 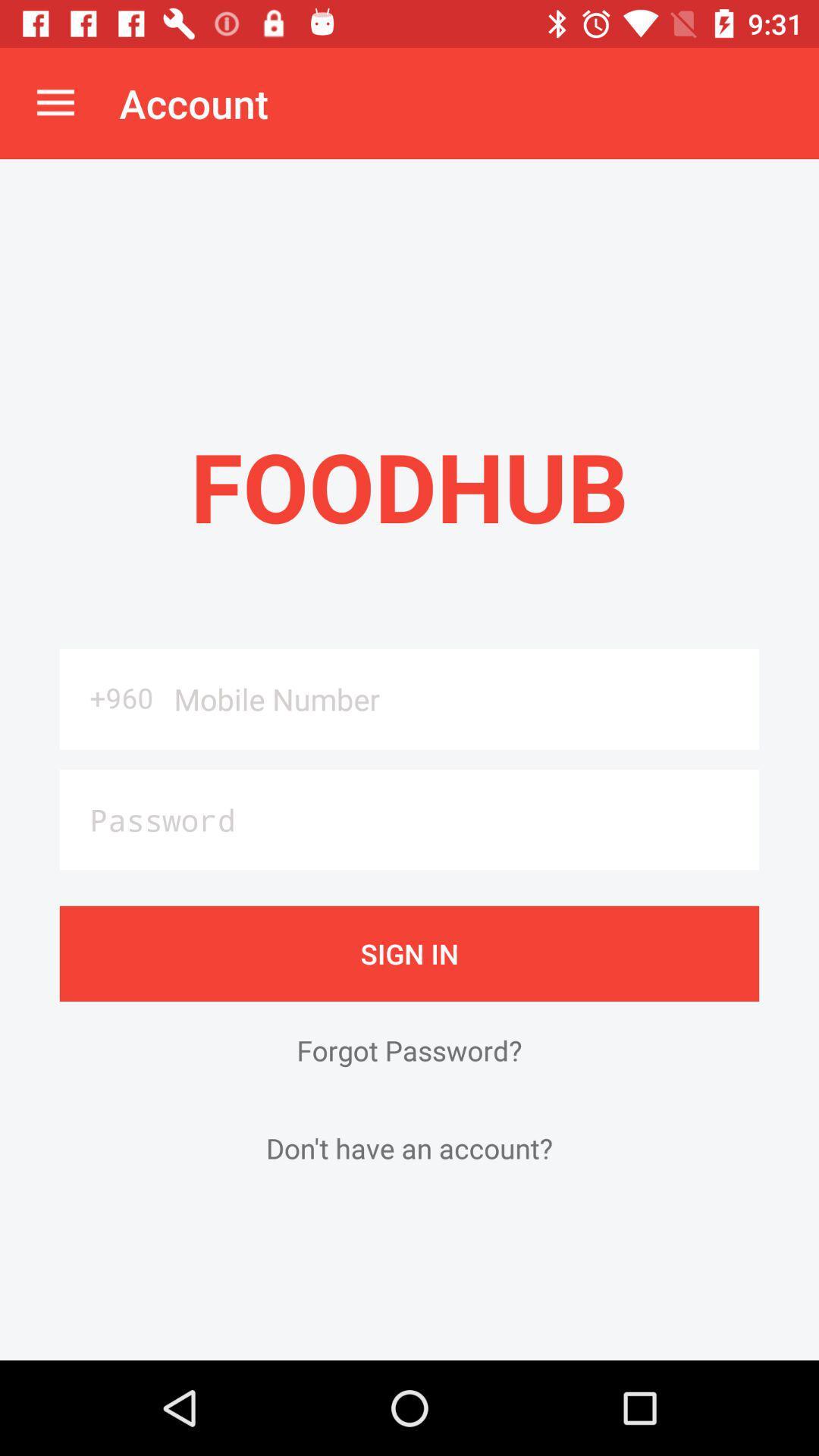 What do you see at coordinates (460, 698) in the screenshot?
I see `the icon to the right of the +960 item` at bounding box center [460, 698].